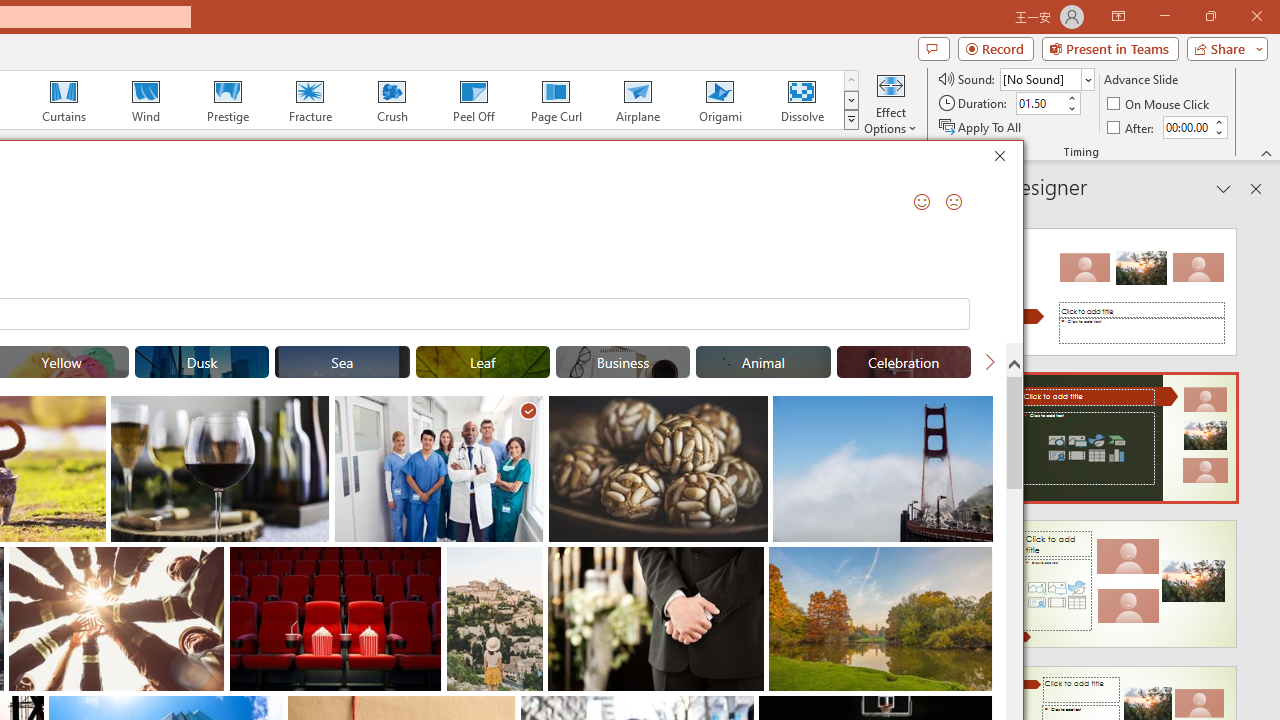 The image size is (1280, 720). I want to click on 'After', so click(1132, 127).